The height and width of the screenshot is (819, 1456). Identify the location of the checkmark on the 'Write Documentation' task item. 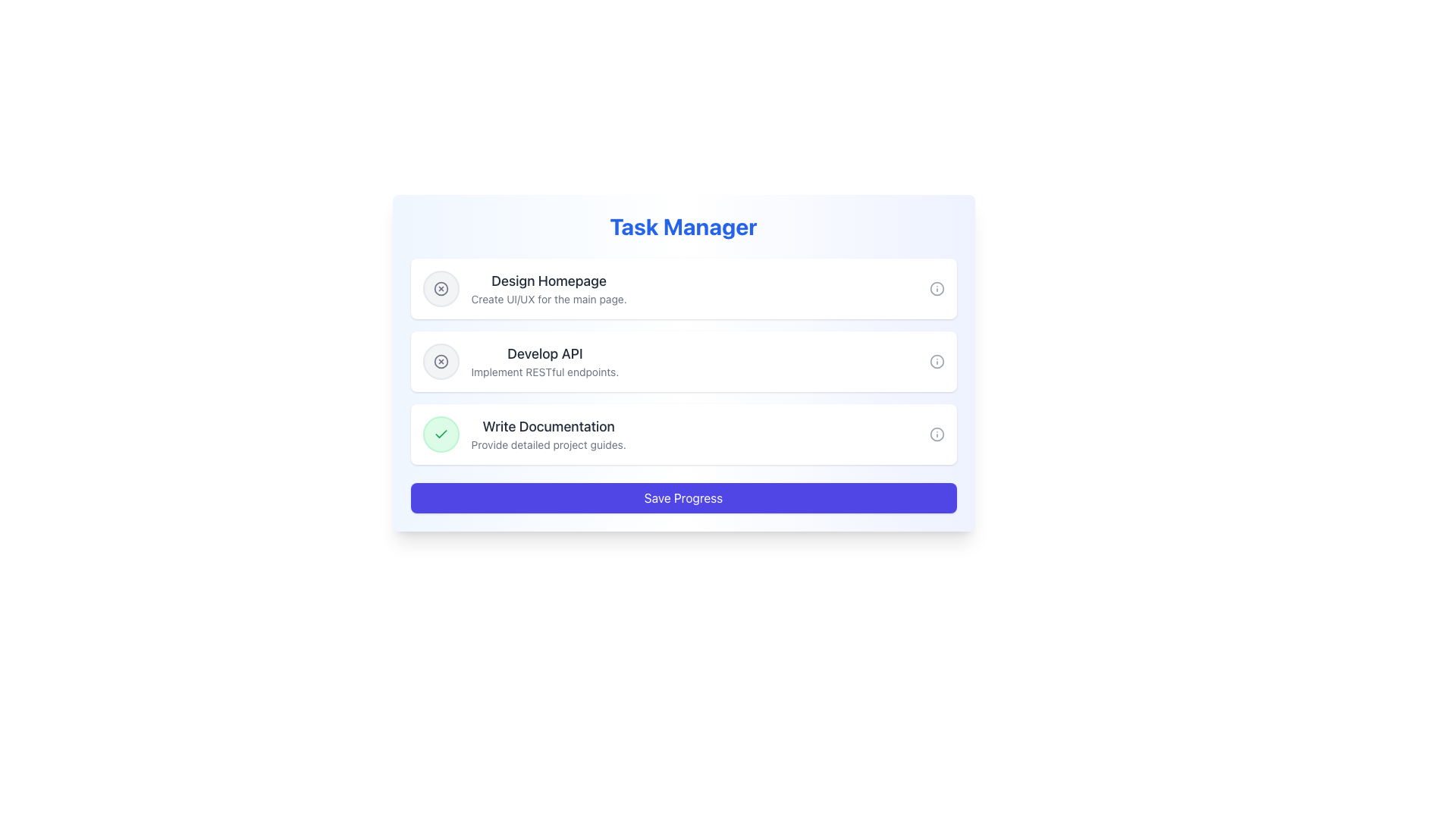
(682, 435).